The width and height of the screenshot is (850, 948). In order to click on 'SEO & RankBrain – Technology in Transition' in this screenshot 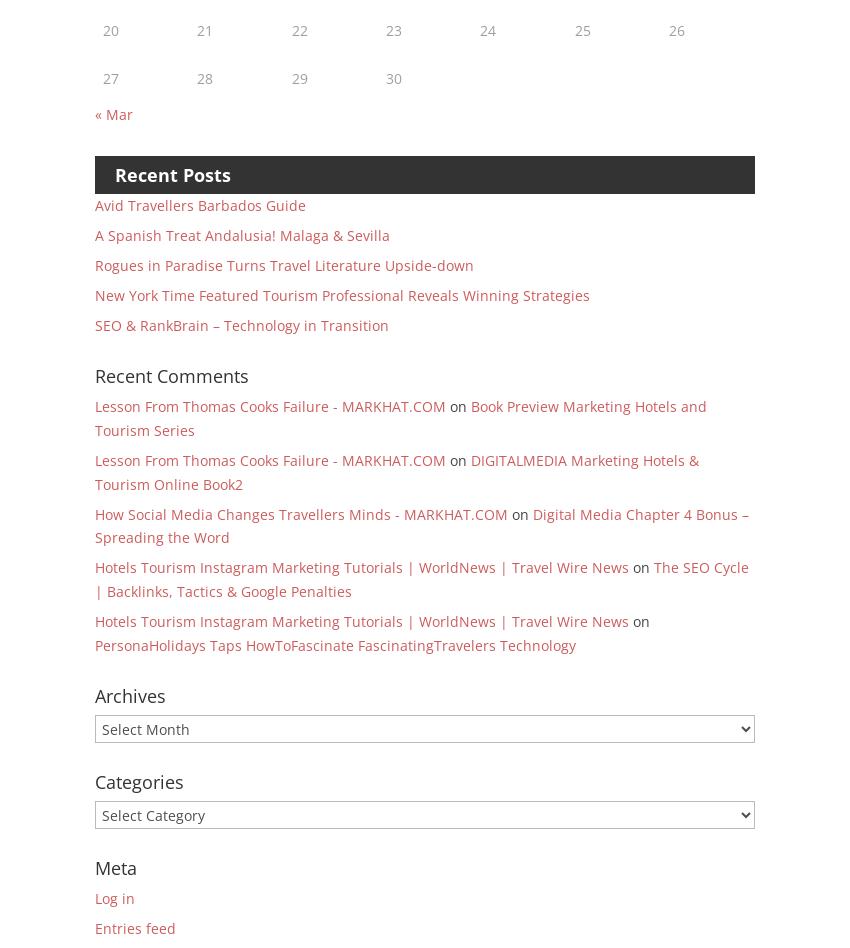, I will do `click(94, 324)`.